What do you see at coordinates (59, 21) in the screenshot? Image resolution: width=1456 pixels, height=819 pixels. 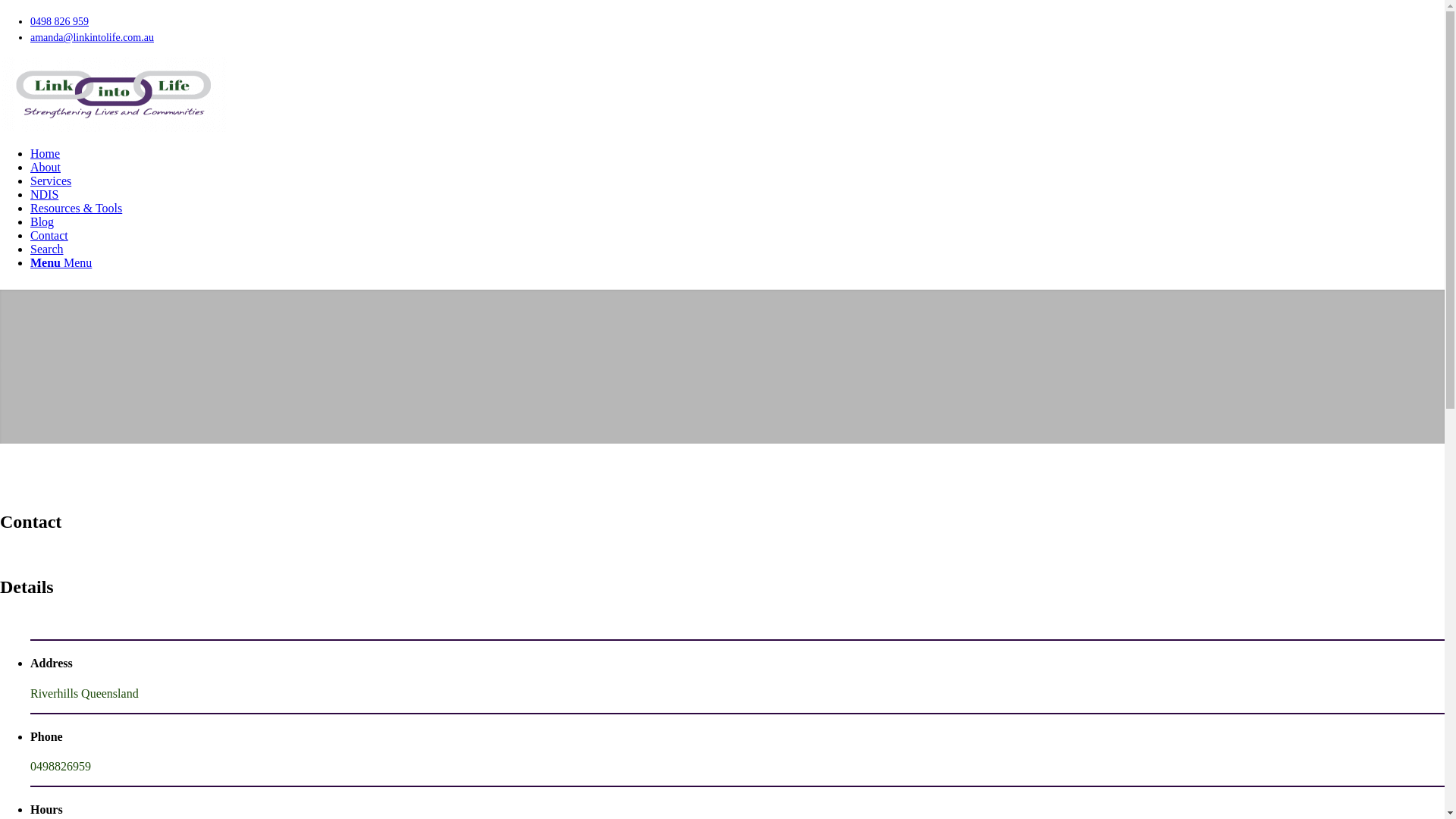 I see `'0498 826 959'` at bounding box center [59, 21].